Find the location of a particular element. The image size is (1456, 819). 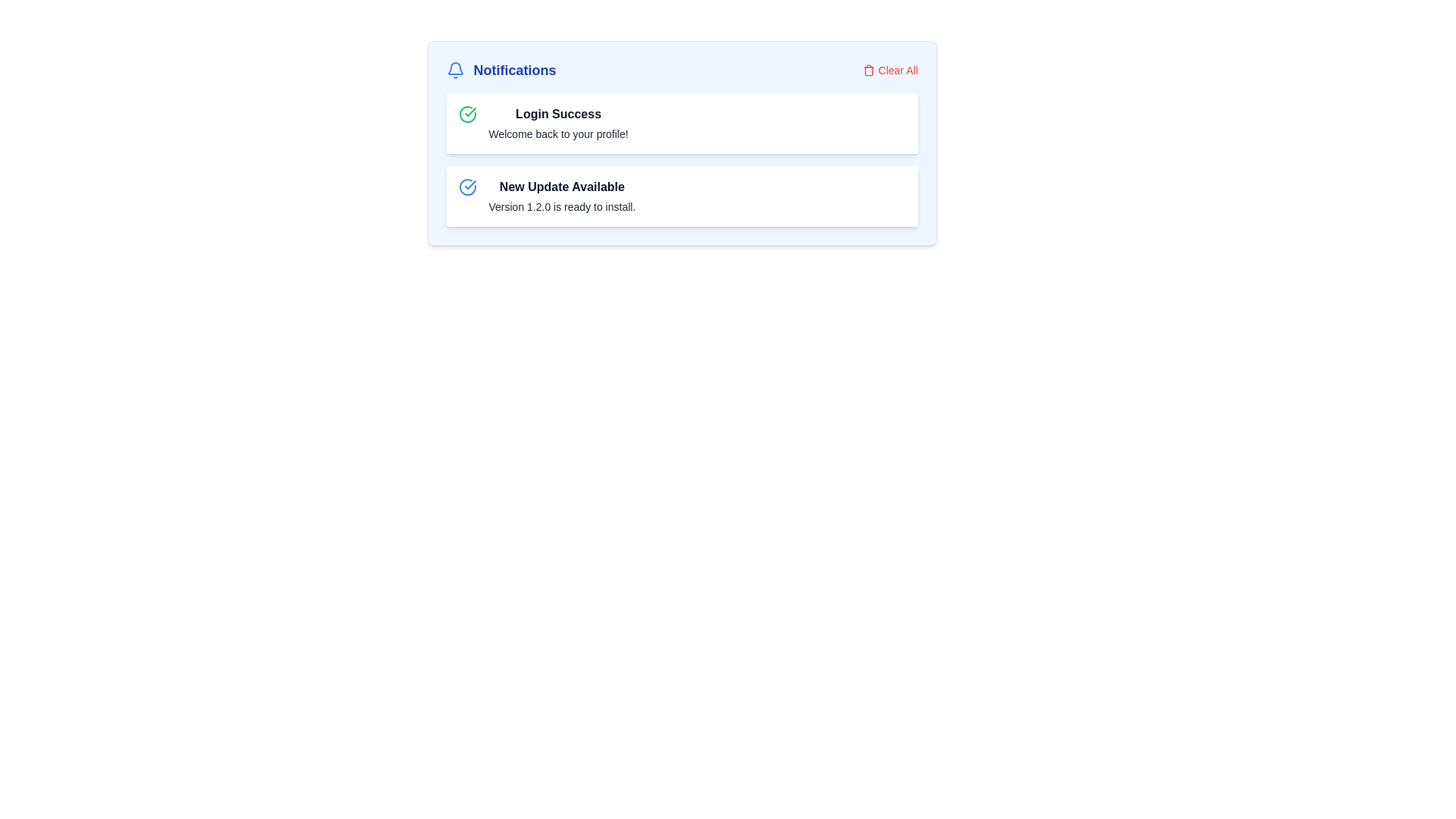

the bell icon in the notification header, which visually denotes the notification area and is positioned to the far left of the title text 'Notifications' is located at coordinates (454, 70).